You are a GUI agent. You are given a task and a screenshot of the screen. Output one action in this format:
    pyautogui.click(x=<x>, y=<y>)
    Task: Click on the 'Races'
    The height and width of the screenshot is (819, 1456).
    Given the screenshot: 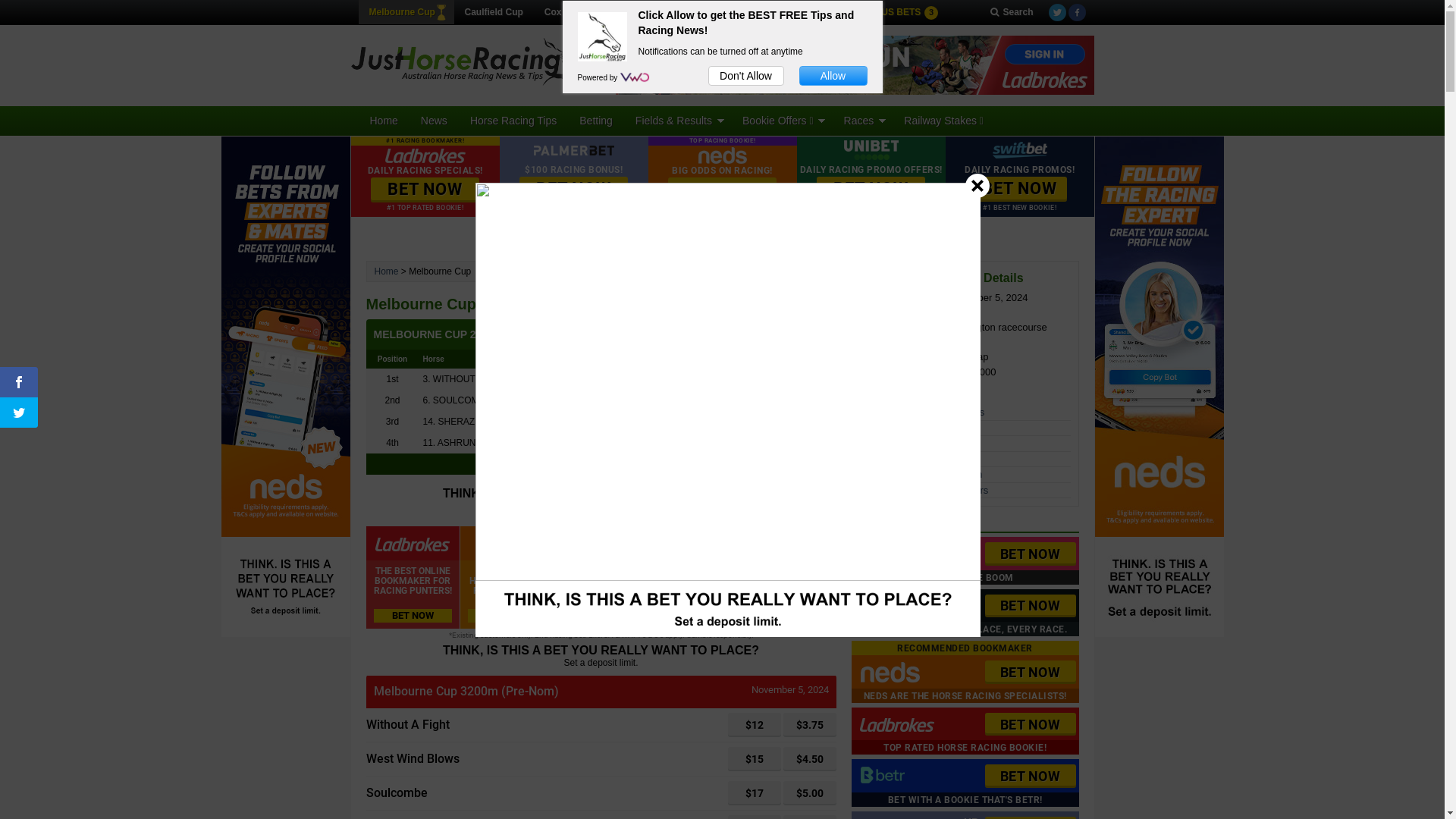 What is the action you would take?
    pyautogui.click(x=862, y=119)
    